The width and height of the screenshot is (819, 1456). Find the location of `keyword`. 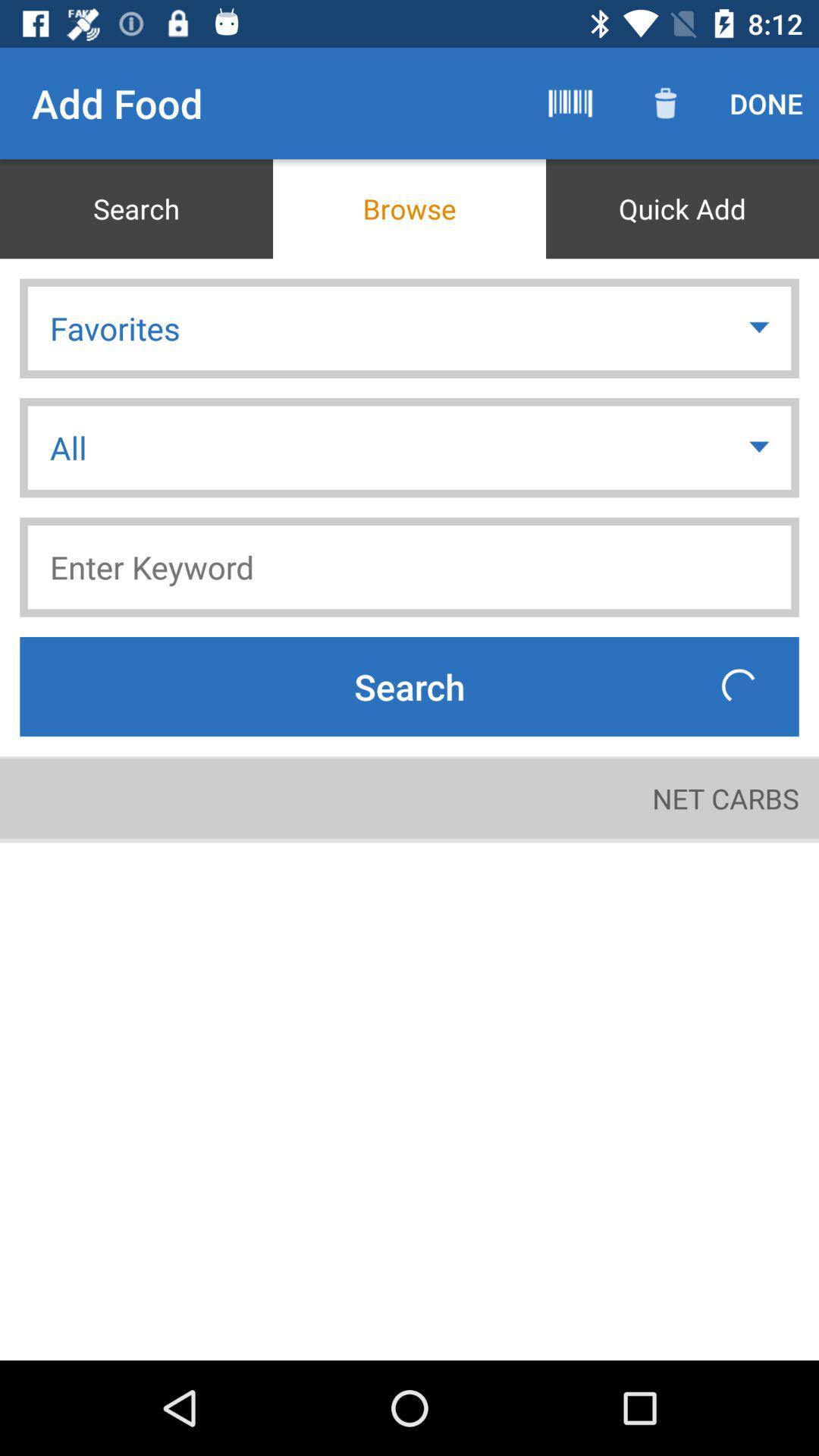

keyword is located at coordinates (409, 566).